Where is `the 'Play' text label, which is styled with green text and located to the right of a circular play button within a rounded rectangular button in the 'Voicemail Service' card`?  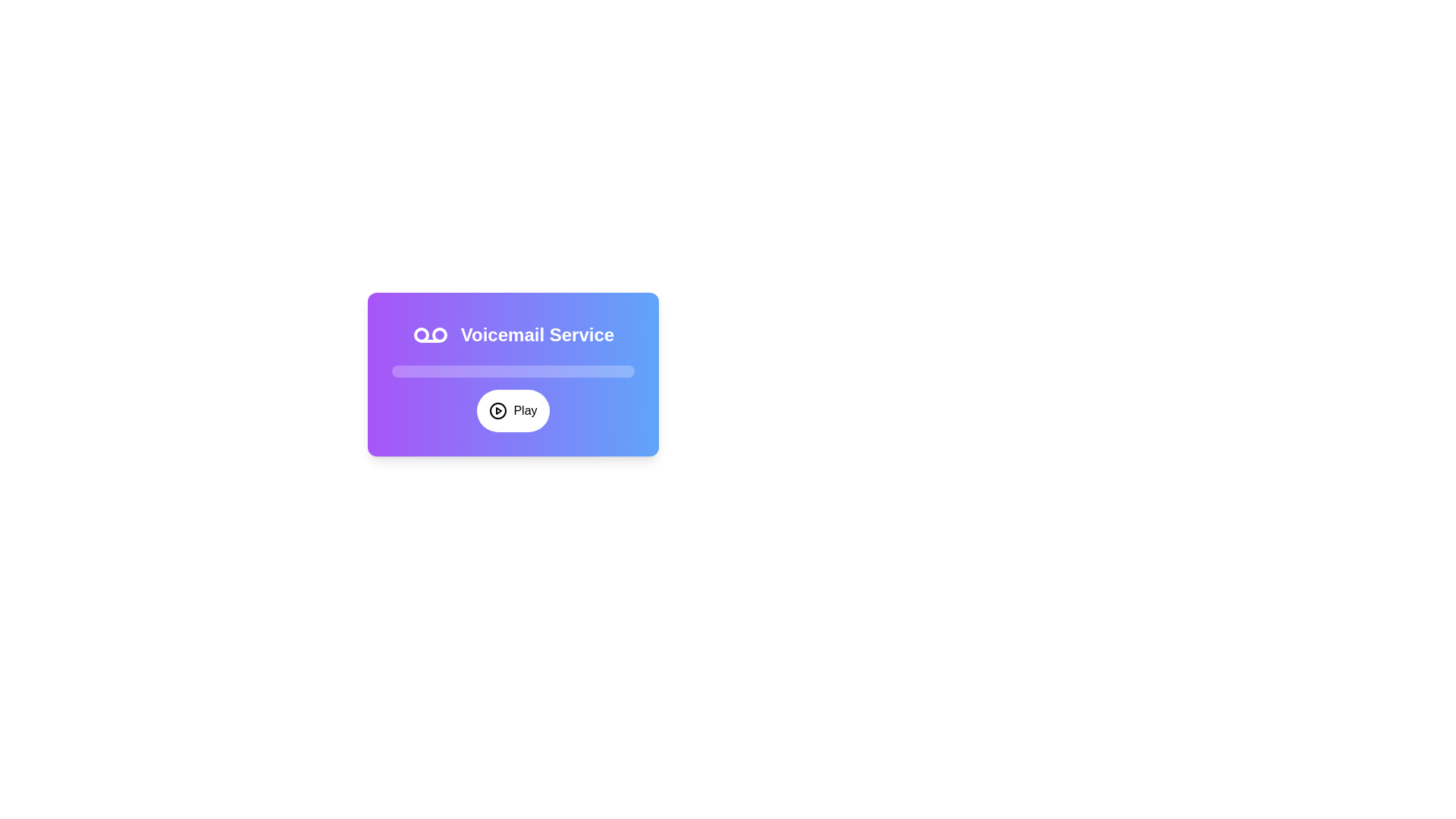
the 'Play' text label, which is styled with green text and located to the right of a circular play button within a rounded rectangular button in the 'Voicemail Service' card is located at coordinates (525, 411).